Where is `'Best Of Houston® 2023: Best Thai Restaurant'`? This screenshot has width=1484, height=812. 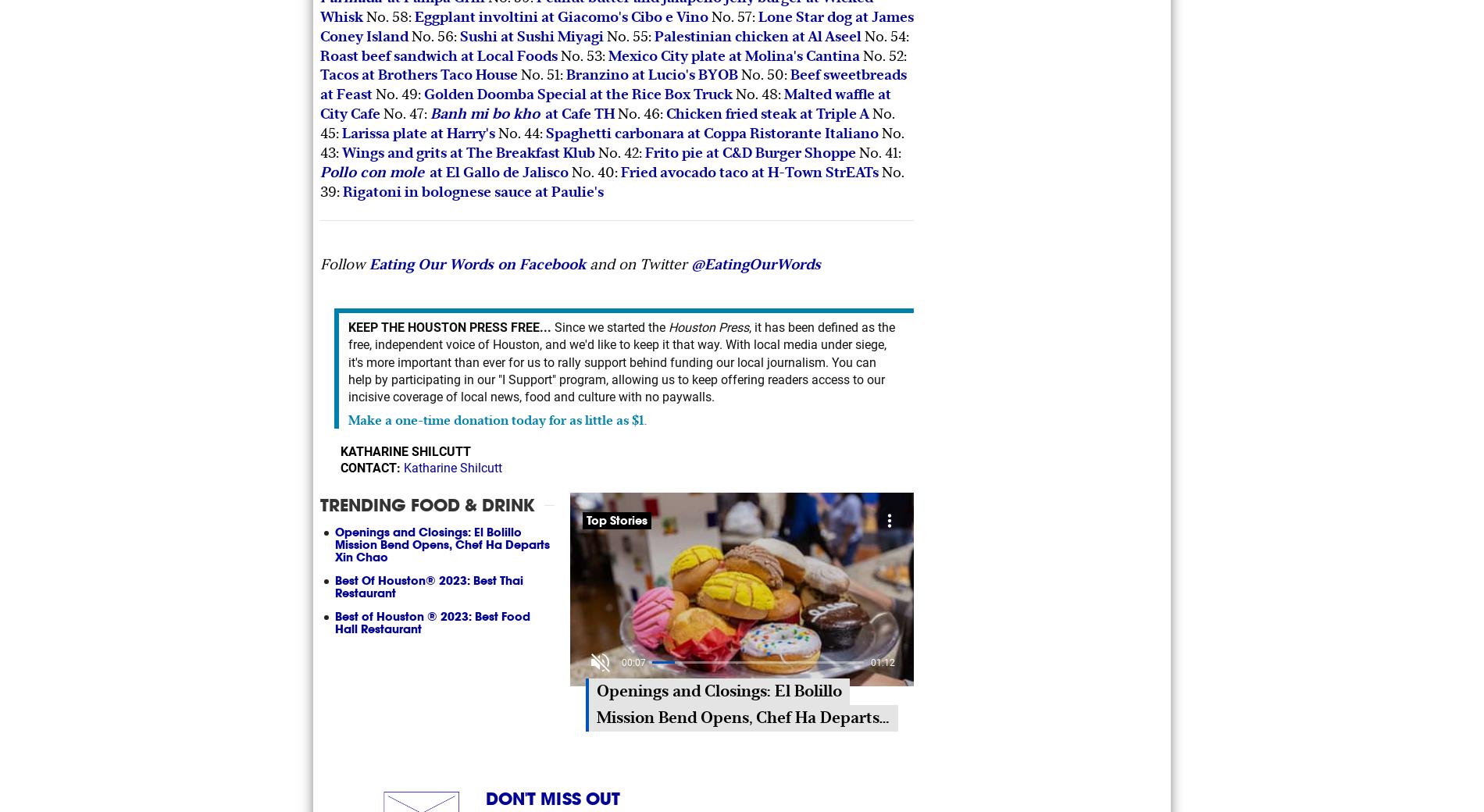 'Best Of Houston® 2023: Best Thai Restaurant' is located at coordinates (429, 586).